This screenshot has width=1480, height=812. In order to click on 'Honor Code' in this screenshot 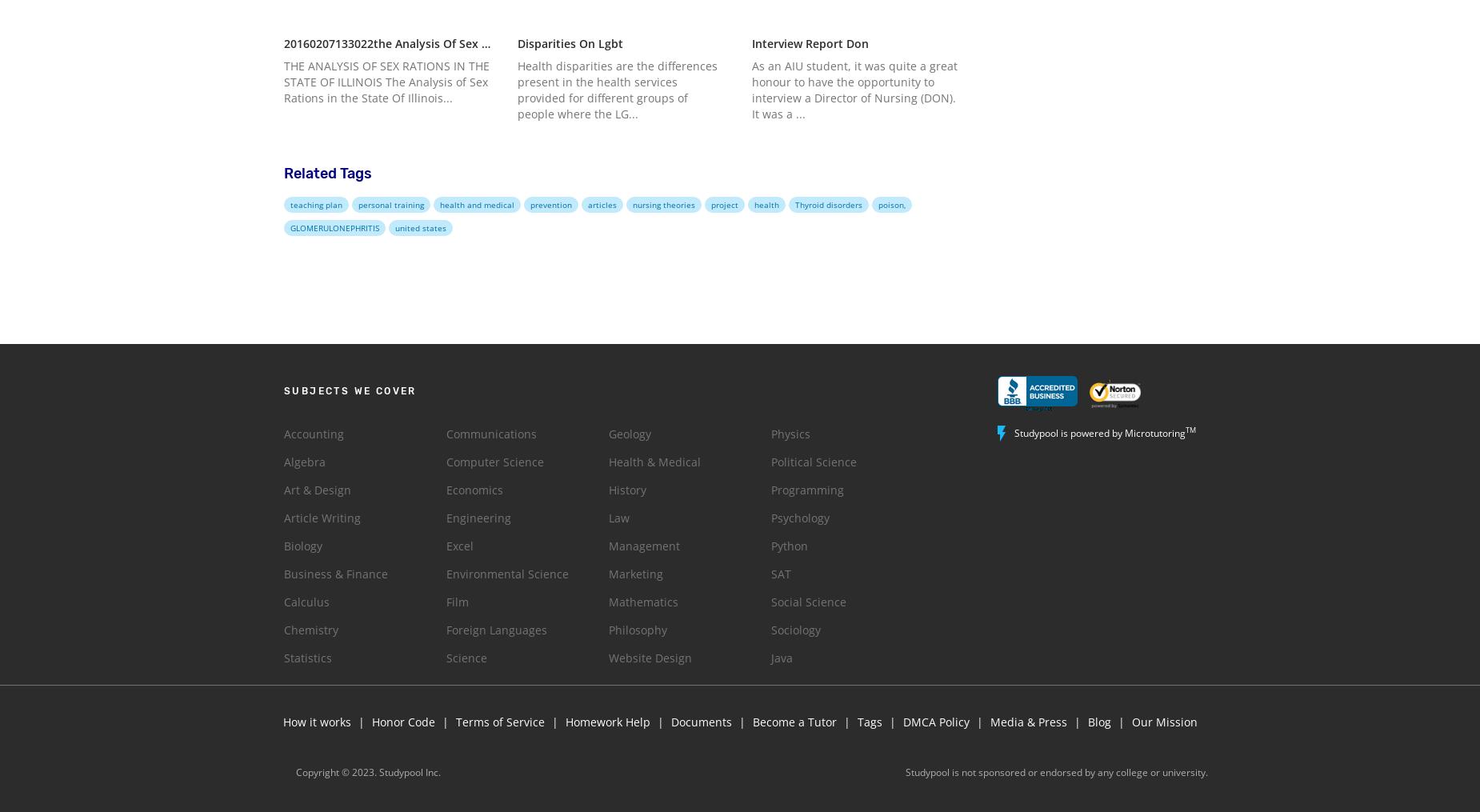, I will do `click(370, 720)`.